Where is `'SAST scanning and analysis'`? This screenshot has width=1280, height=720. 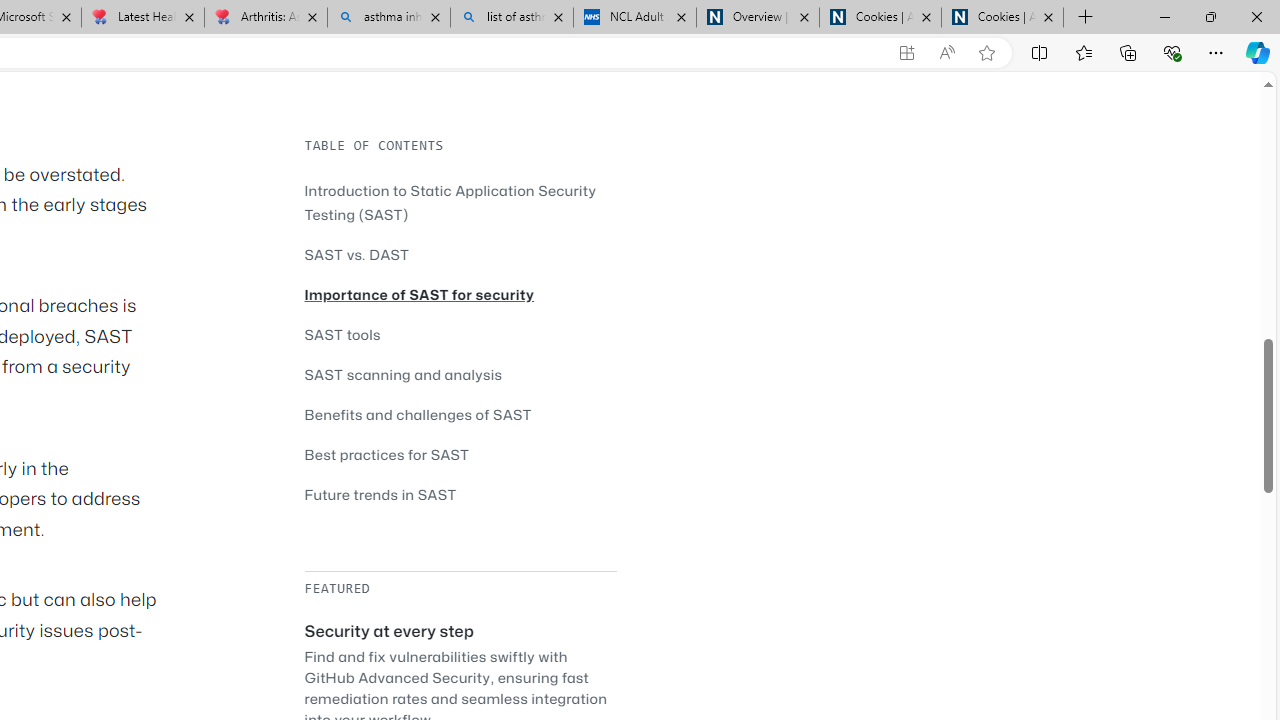 'SAST scanning and analysis' is located at coordinates (402, 374).